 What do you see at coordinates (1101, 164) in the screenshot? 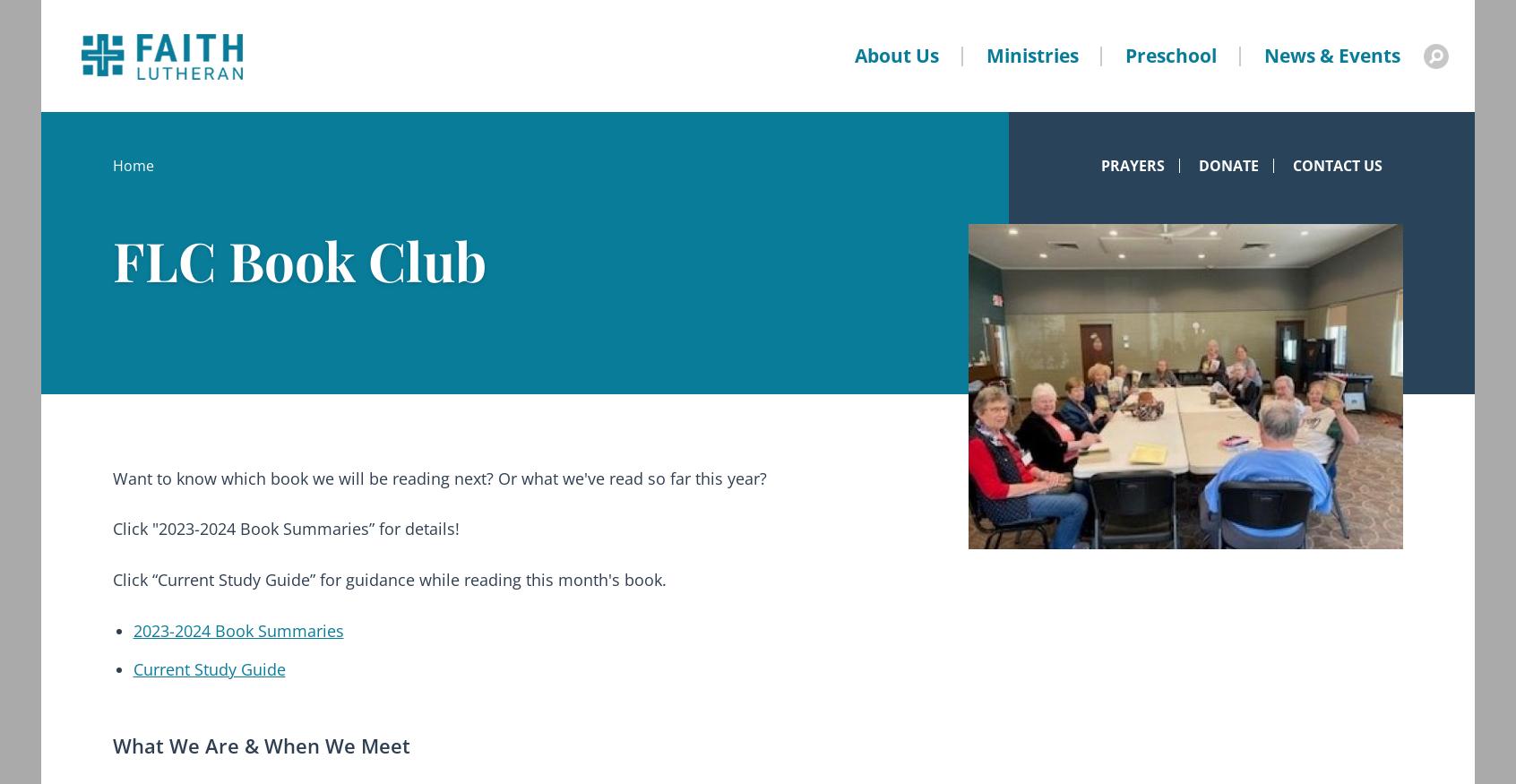
I see `'Prayers'` at bounding box center [1101, 164].